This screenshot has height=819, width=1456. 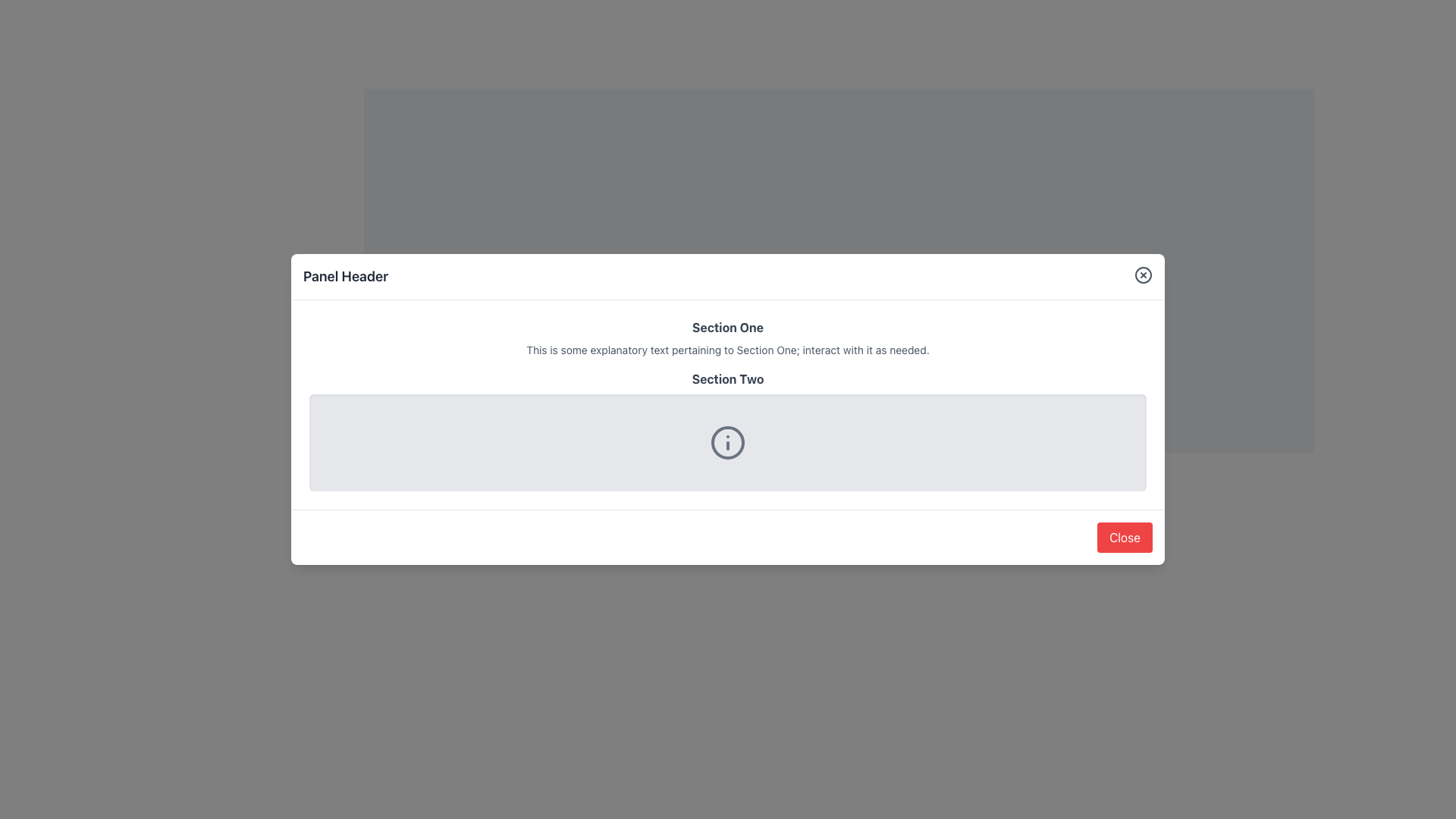 What do you see at coordinates (728, 442) in the screenshot?
I see `the Informational Icon located under the heading 'Section Two' in the center of the light gray content area` at bounding box center [728, 442].